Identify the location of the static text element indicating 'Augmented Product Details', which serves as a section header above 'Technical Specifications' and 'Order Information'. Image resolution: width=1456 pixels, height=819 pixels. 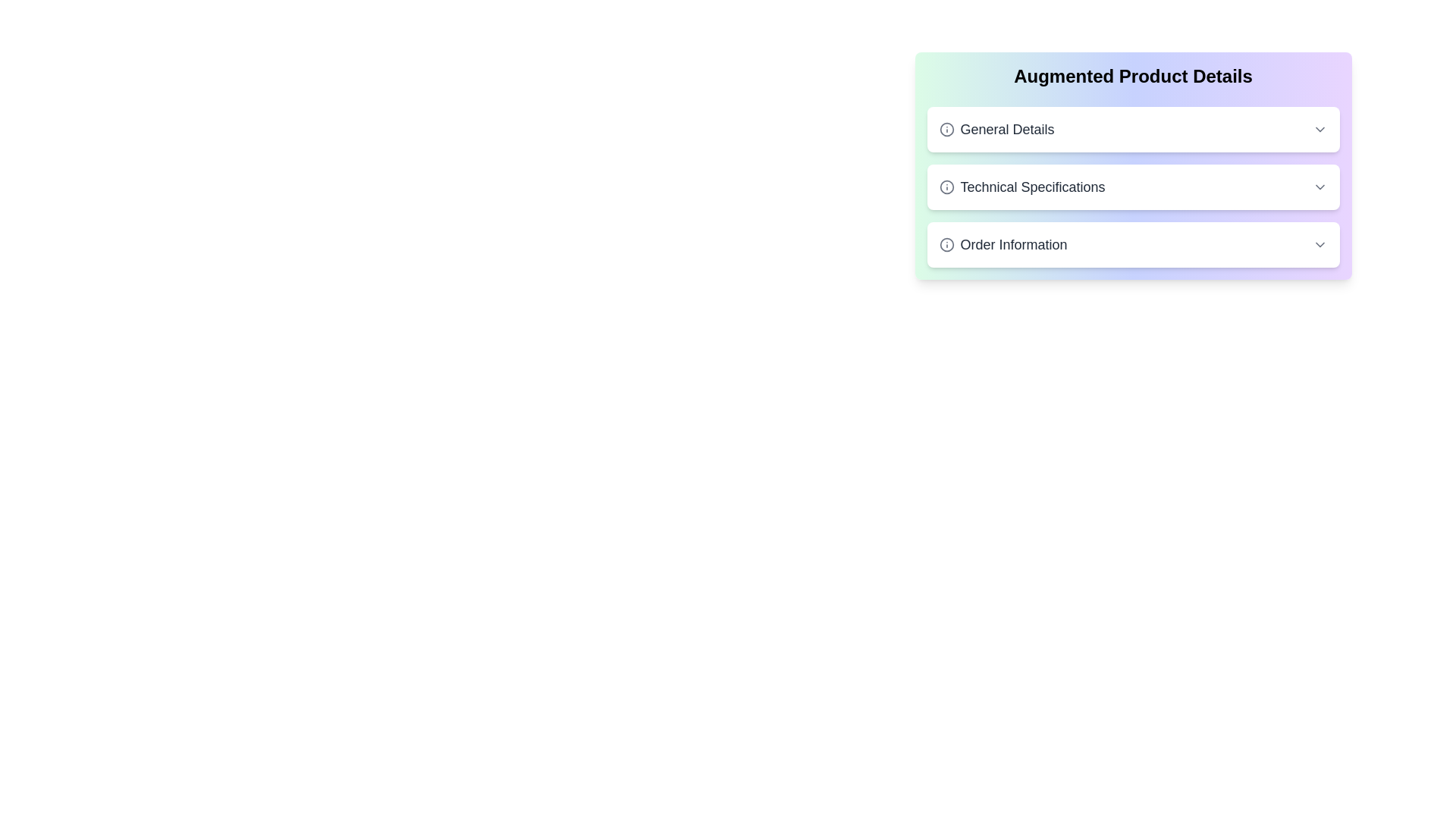
(996, 128).